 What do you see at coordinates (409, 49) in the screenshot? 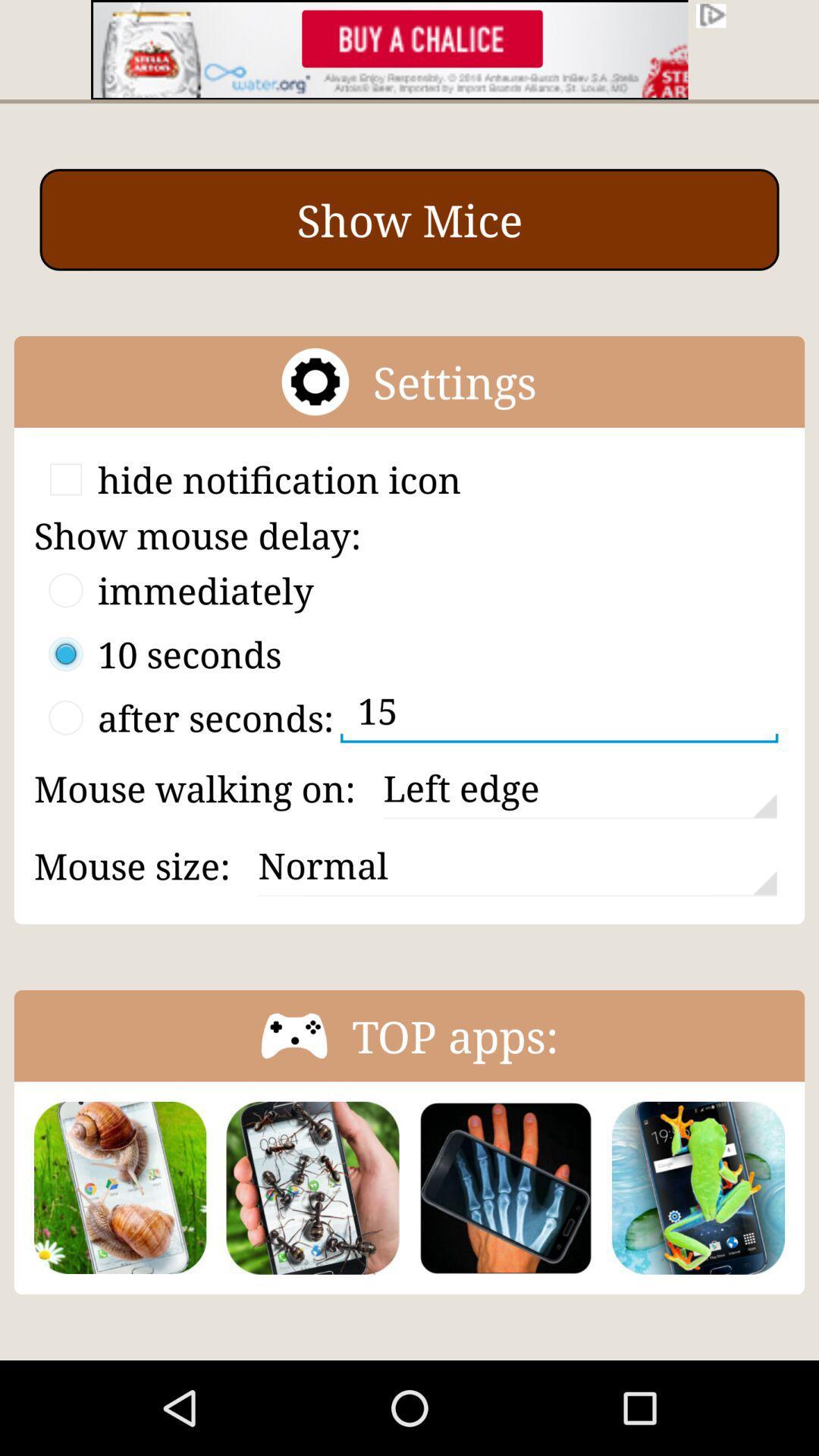
I see `the advertised site` at bounding box center [409, 49].